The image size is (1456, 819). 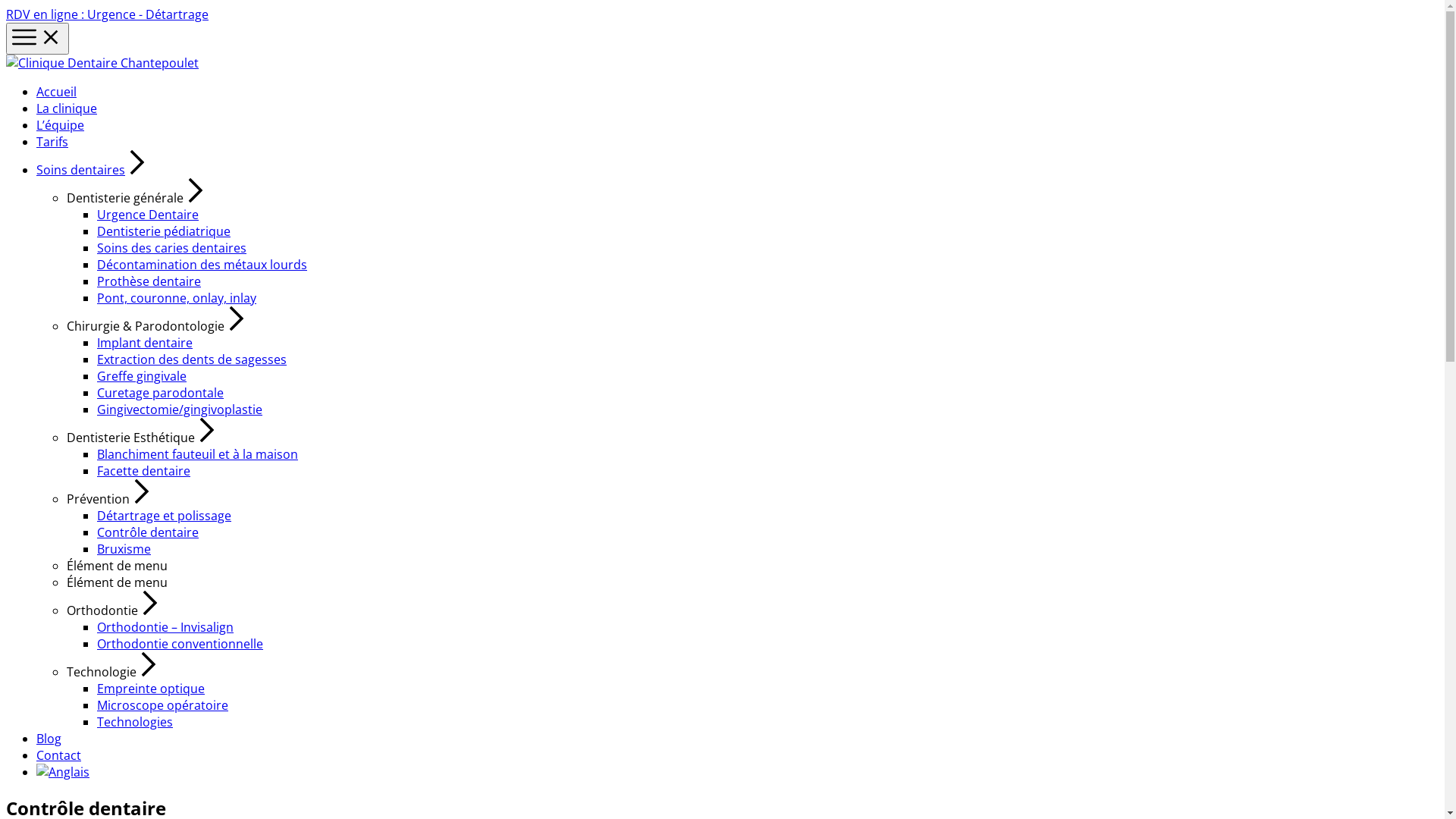 I want to click on 'Soins des caries dentaires', so click(x=171, y=247).